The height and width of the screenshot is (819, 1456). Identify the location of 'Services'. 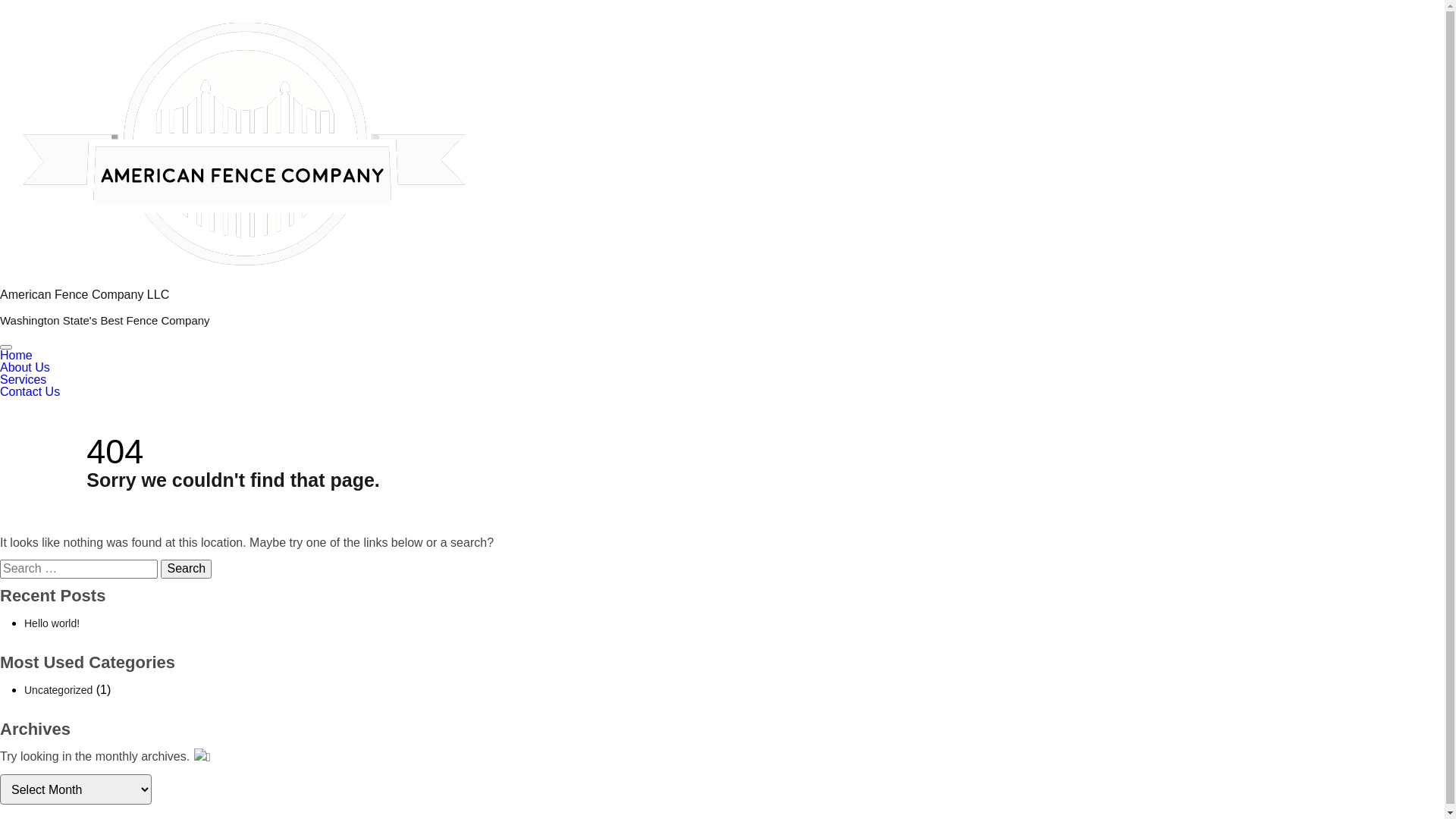
(23, 378).